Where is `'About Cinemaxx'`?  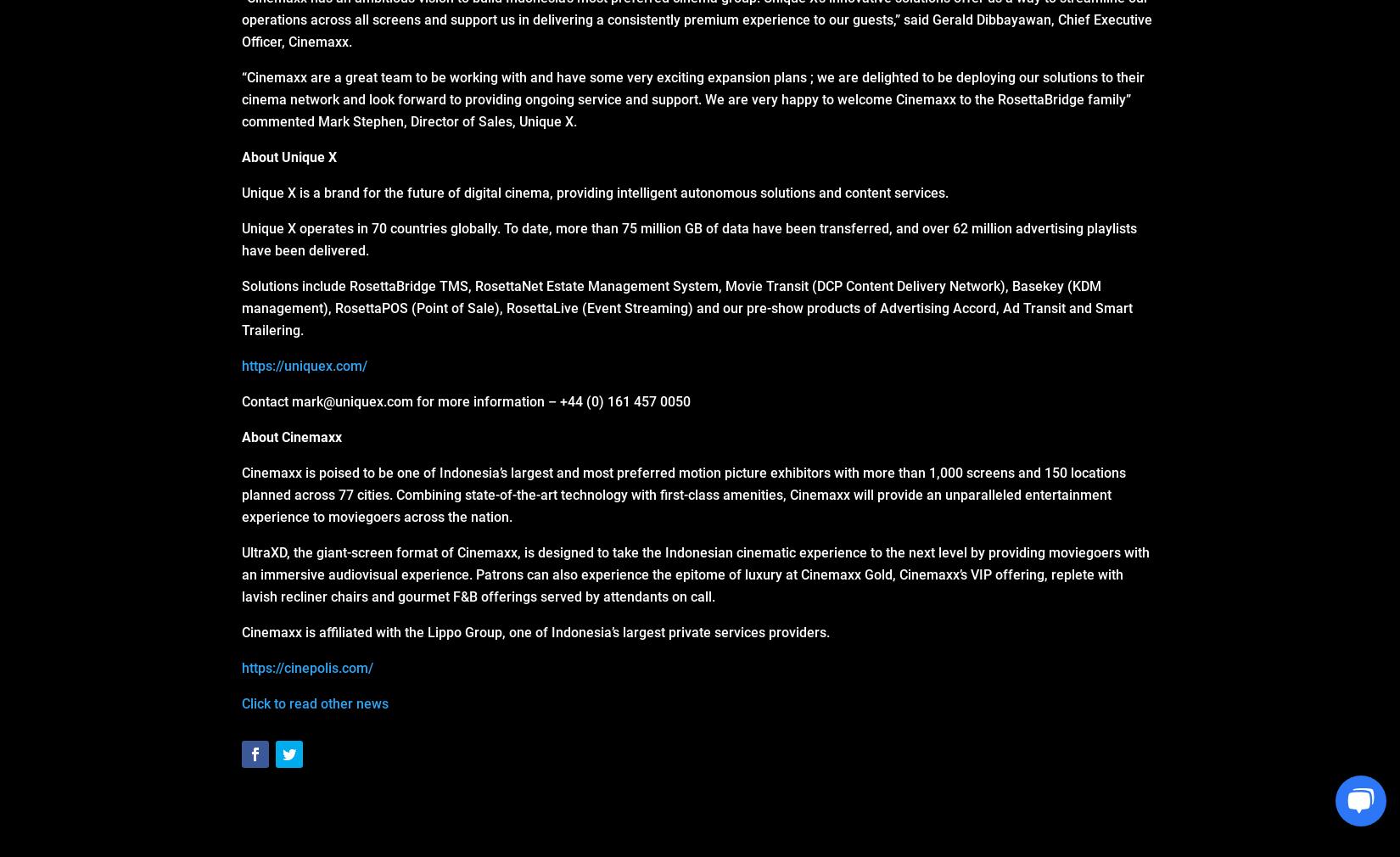
'About Cinemaxx' is located at coordinates (292, 436).